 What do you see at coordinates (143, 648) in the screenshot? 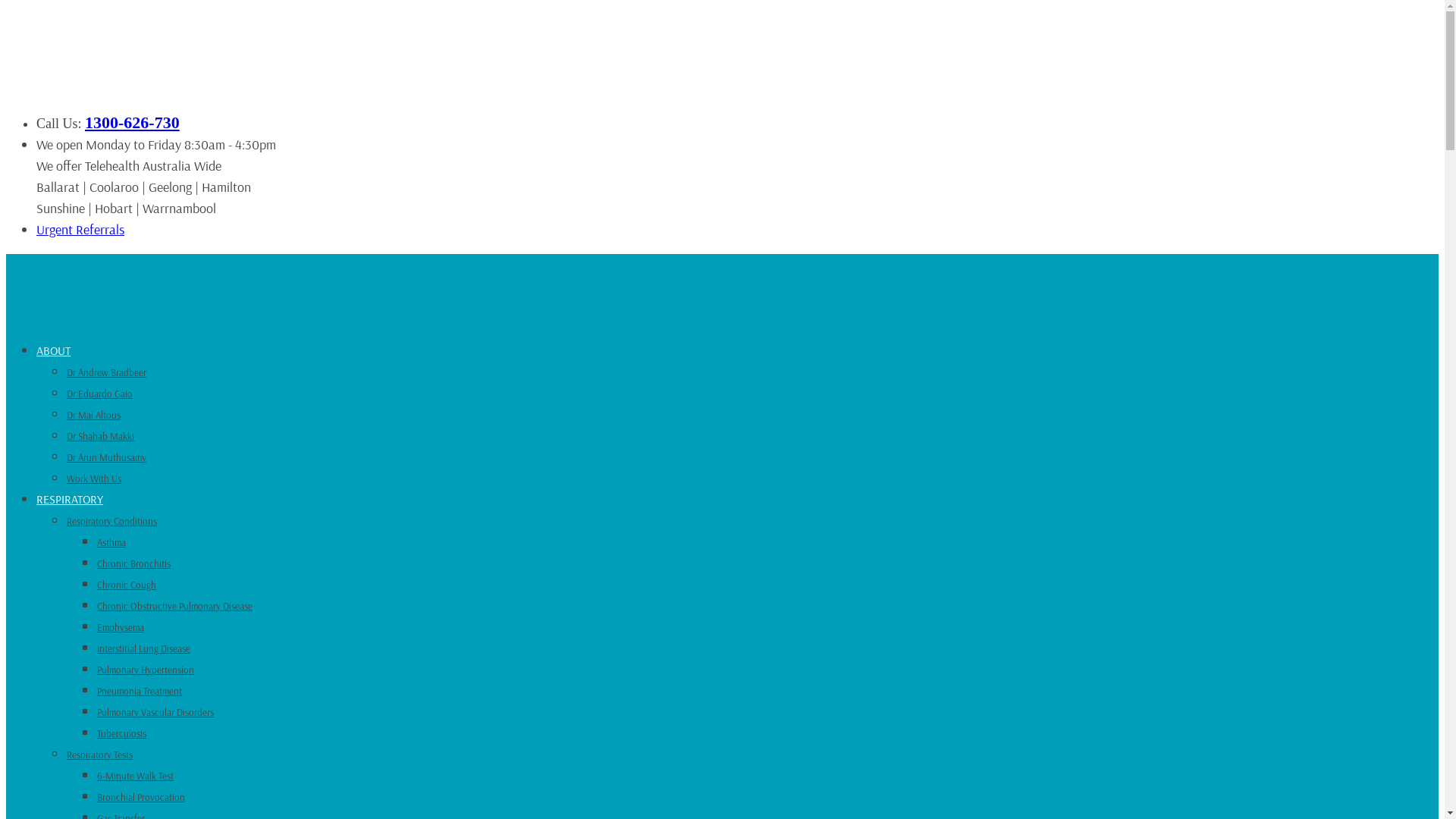
I see `'Interstitial Lung Disease'` at bounding box center [143, 648].